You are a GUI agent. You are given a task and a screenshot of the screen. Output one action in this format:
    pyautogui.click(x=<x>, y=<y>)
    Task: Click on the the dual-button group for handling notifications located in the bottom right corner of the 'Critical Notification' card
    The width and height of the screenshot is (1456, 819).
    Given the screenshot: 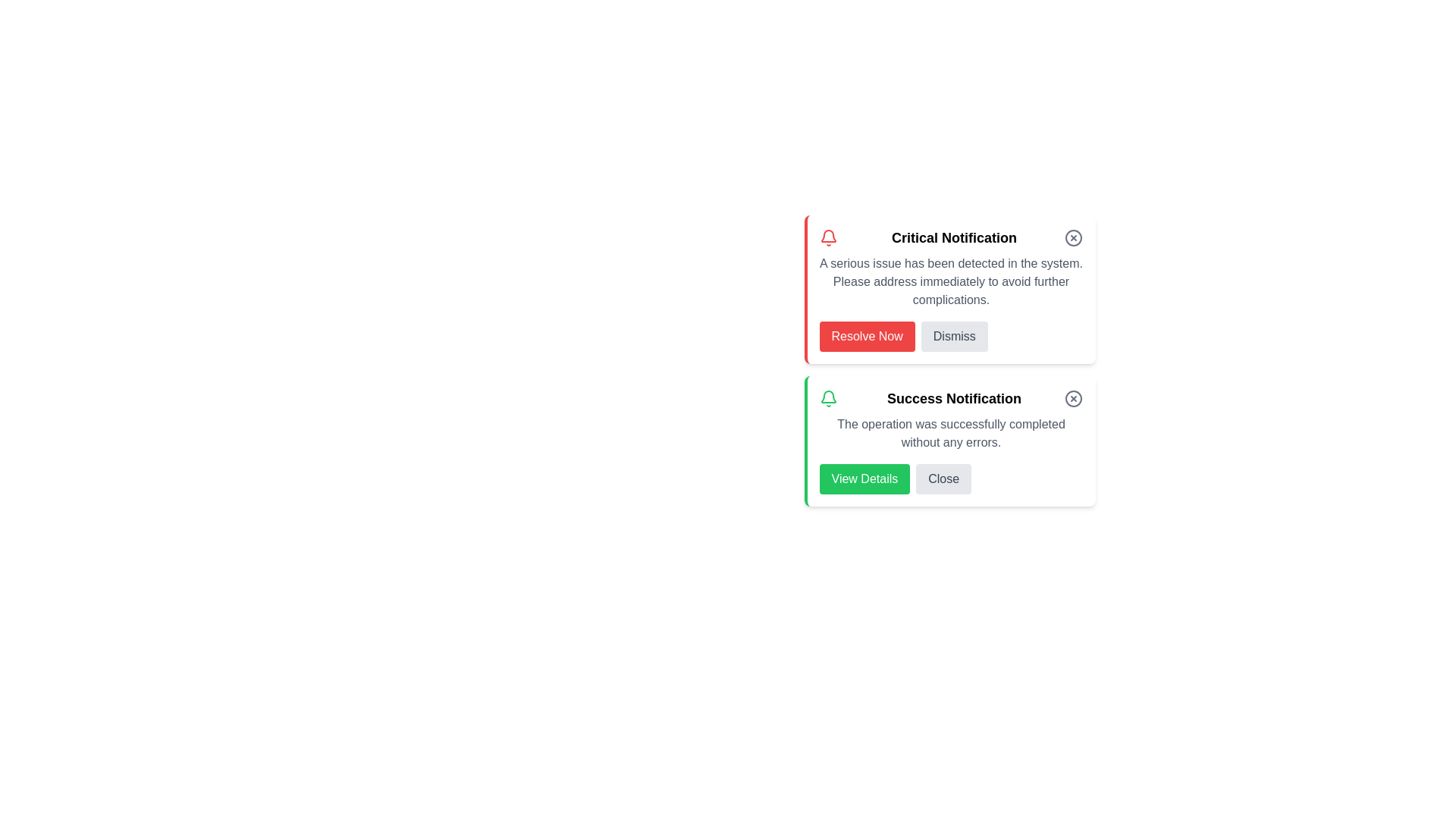 What is the action you would take?
    pyautogui.click(x=950, y=335)
    